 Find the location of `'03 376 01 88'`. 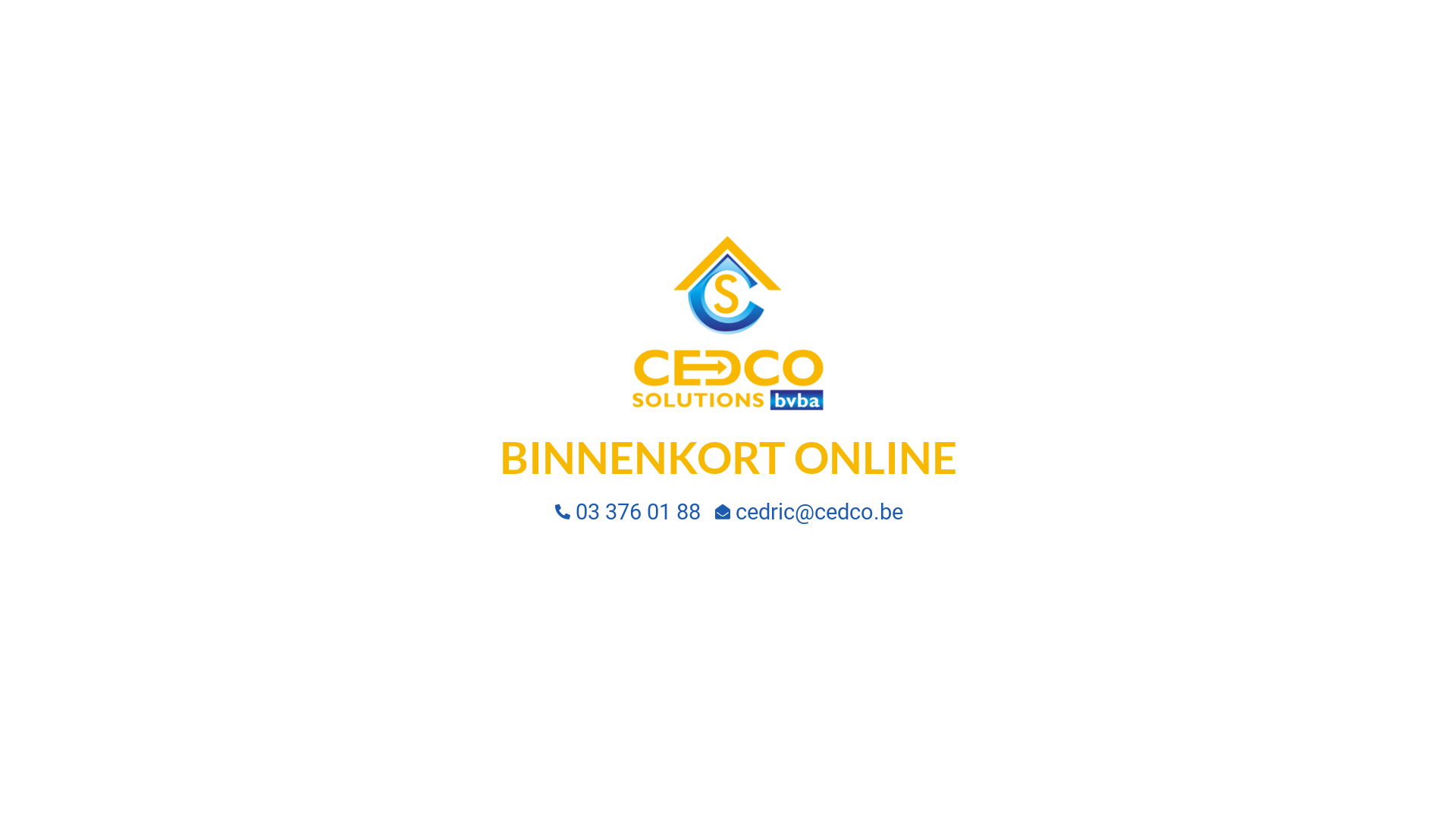

'03 376 01 88' is located at coordinates (626, 512).